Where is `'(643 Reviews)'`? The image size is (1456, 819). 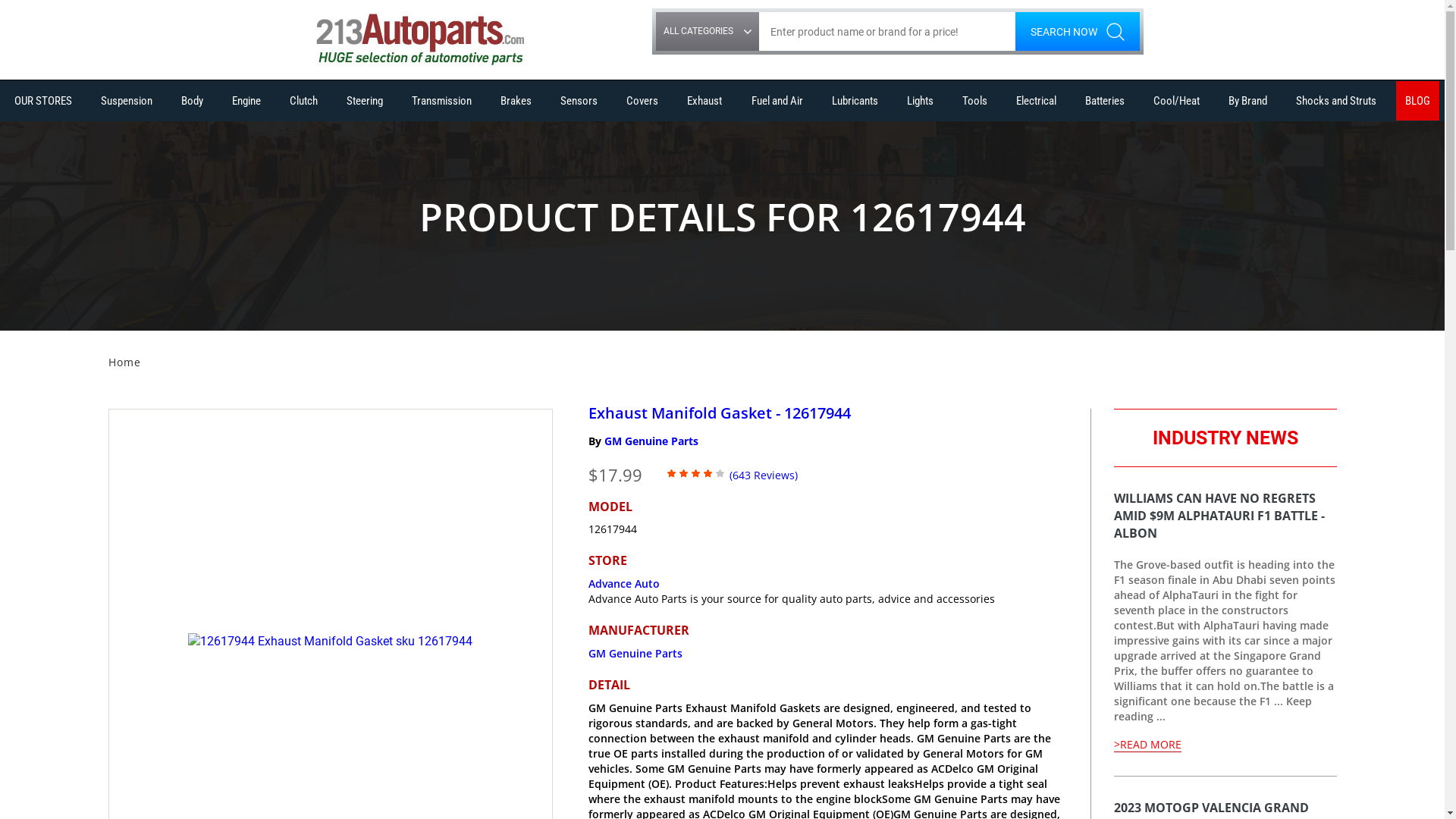
'(643 Reviews)' is located at coordinates (764, 473).